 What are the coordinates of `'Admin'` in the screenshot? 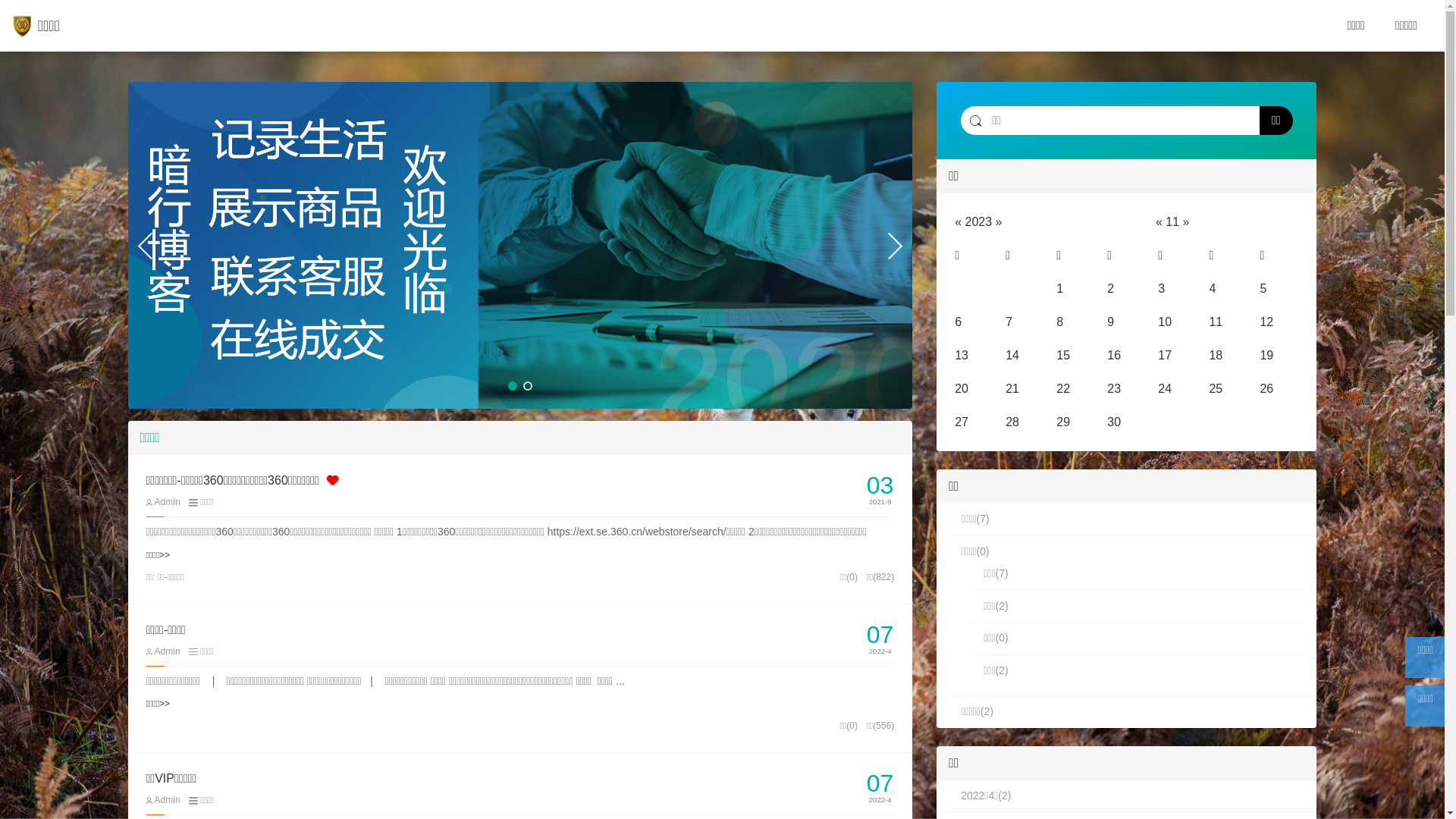 It's located at (162, 799).